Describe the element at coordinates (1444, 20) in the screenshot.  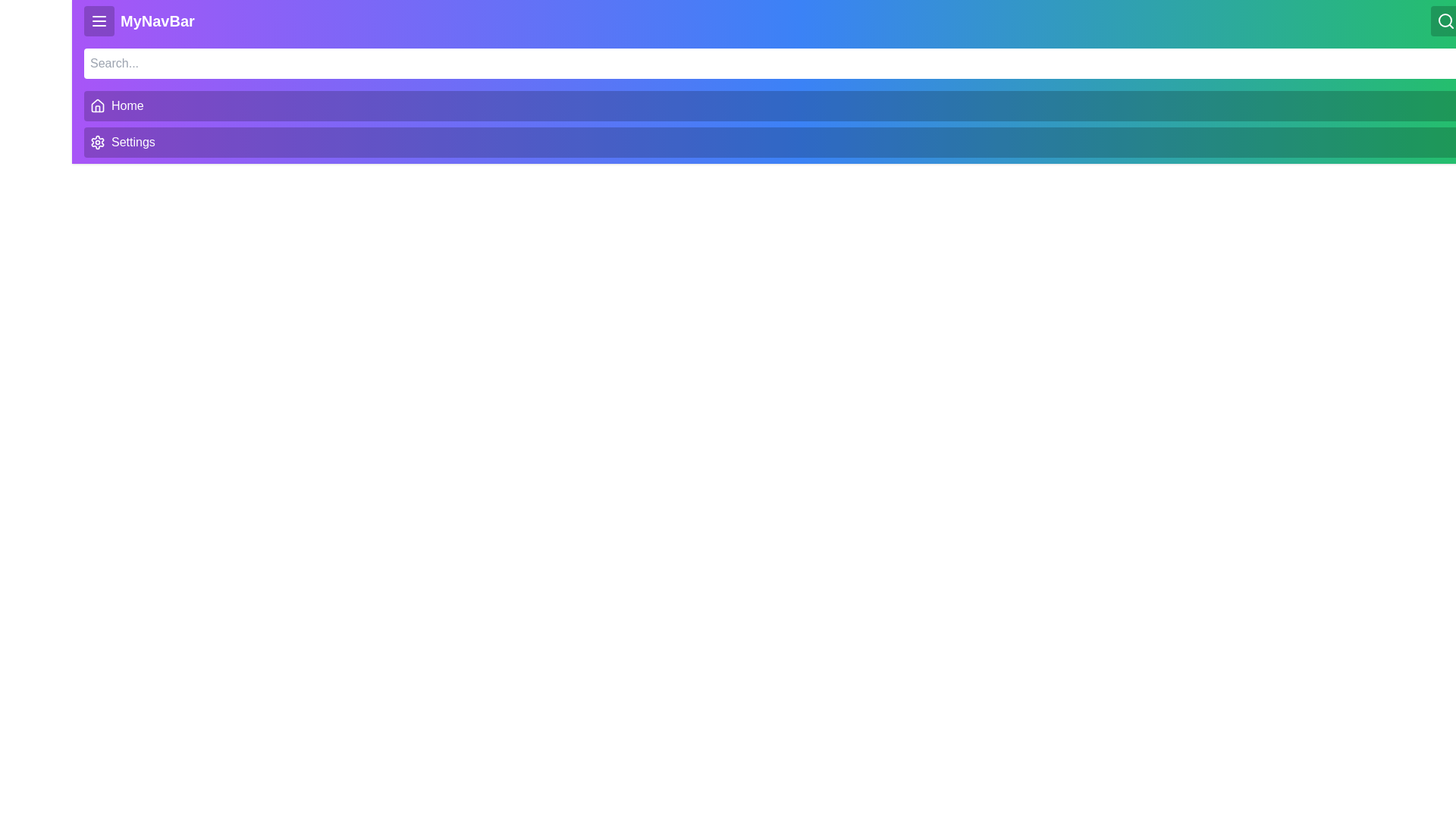
I see `the circular part of the magnifying glass icon located in the top-right corner of the interface, which is an SVG circle used for decorative purposes` at that location.